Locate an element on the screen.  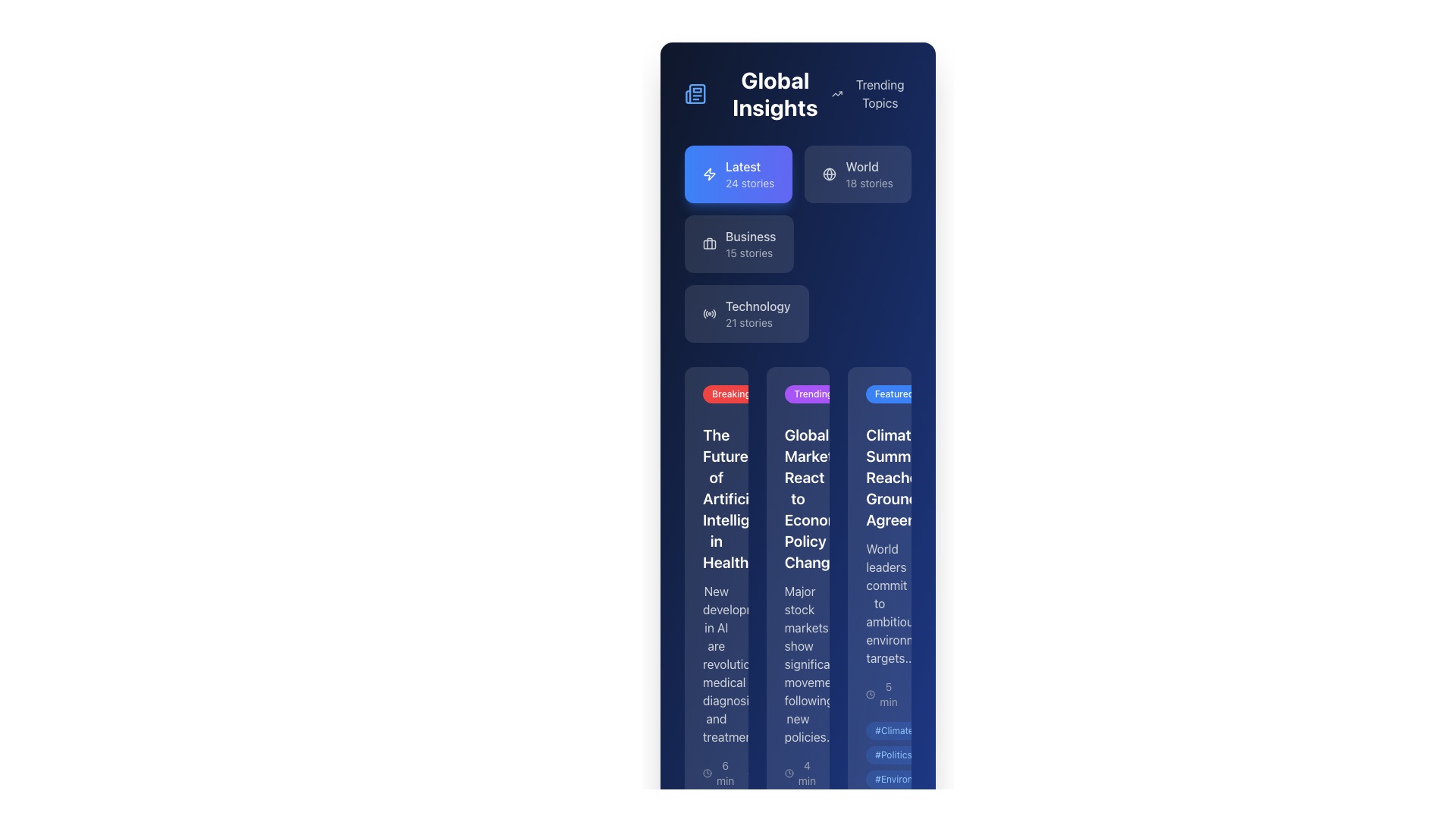
trending tag label located in the second column of the layout, positioned at the top of its column, to understand its purpose is located at coordinates (812, 394).